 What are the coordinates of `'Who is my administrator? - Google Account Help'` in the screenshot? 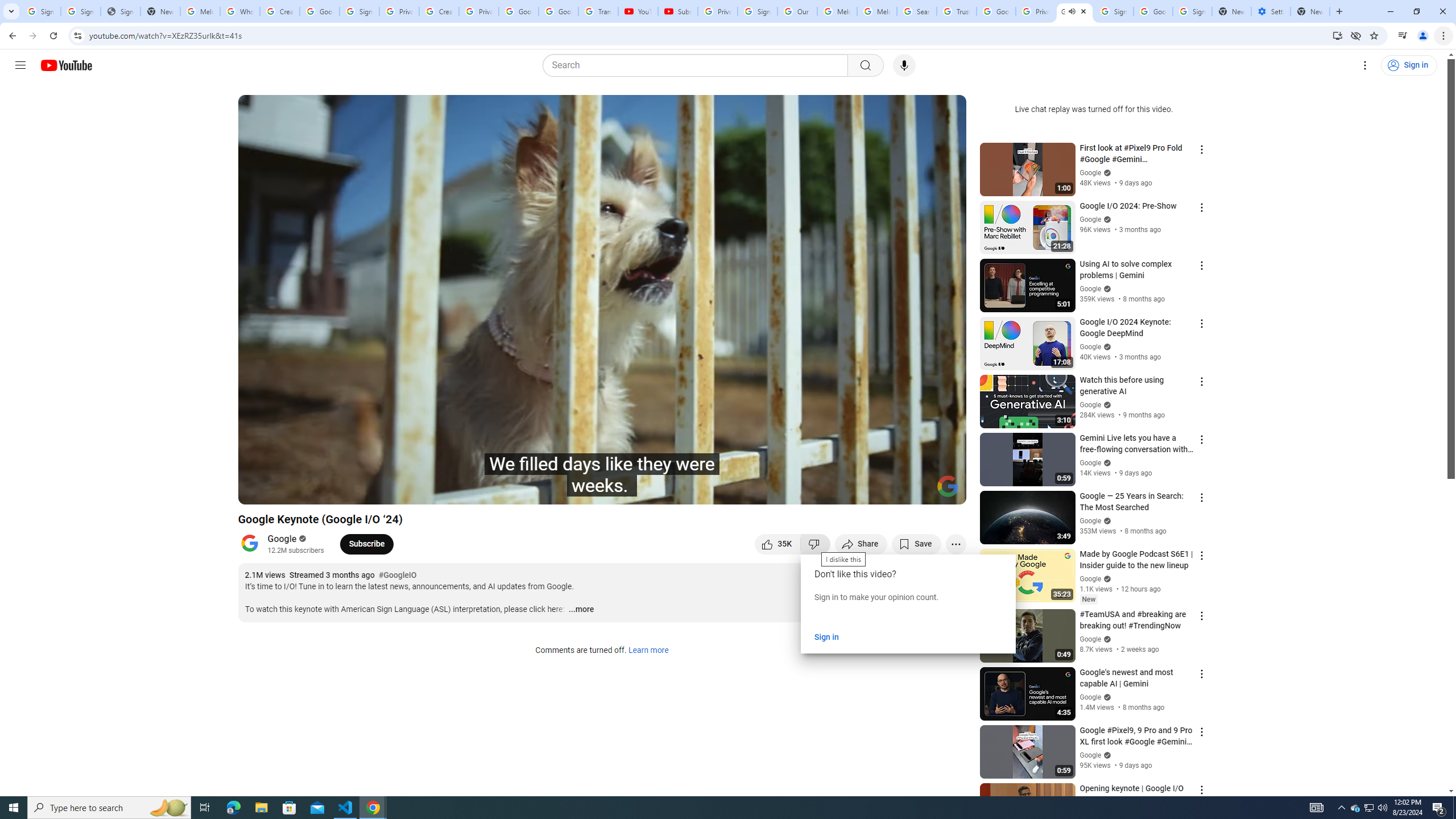 It's located at (239, 11).